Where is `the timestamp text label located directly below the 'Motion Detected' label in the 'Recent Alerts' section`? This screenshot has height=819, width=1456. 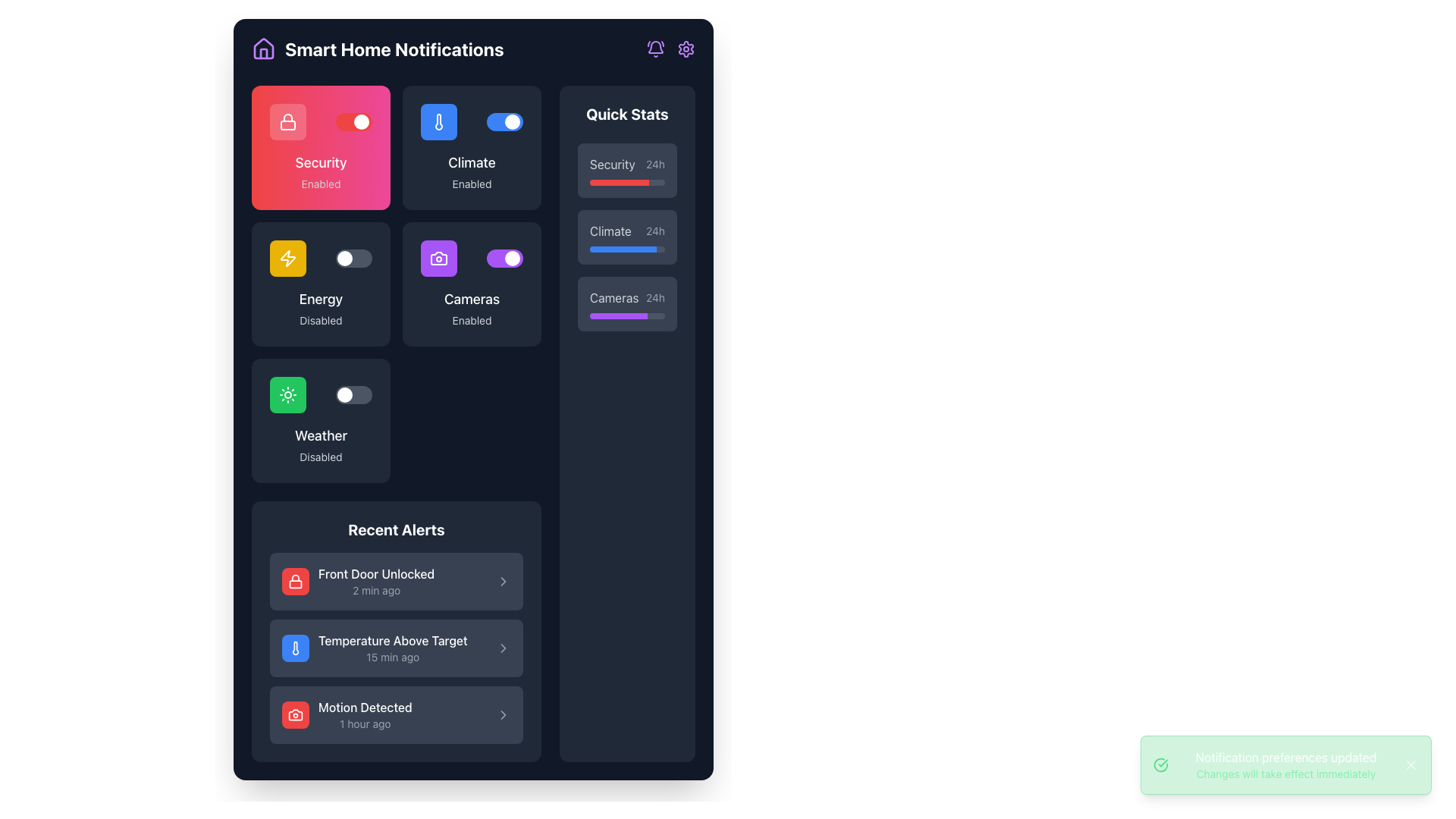 the timestamp text label located directly below the 'Motion Detected' label in the 'Recent Alerts' section is located at coordinates (365, 723).